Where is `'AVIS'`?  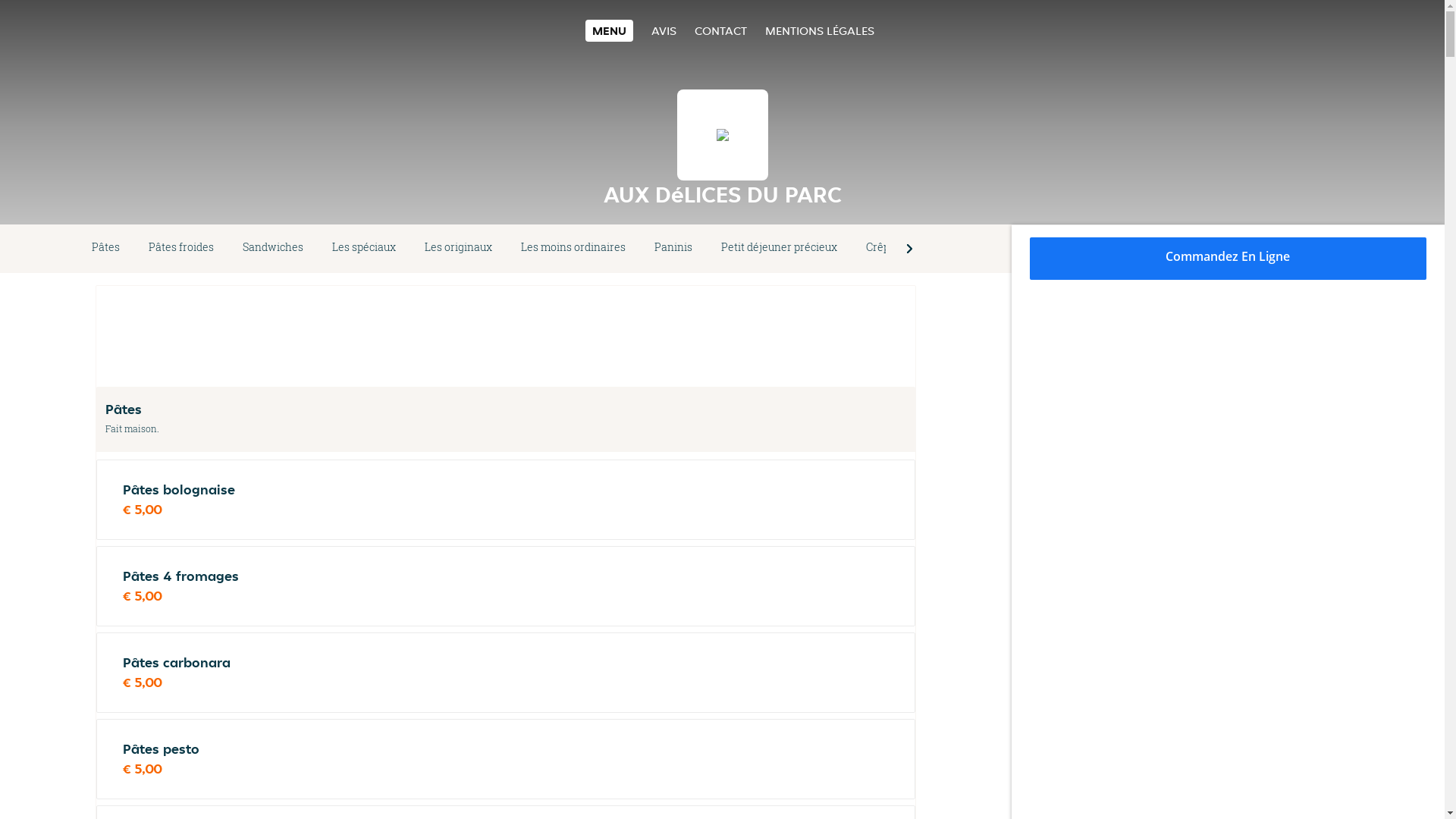 'AVIS' is located at coordinates (664, 30).